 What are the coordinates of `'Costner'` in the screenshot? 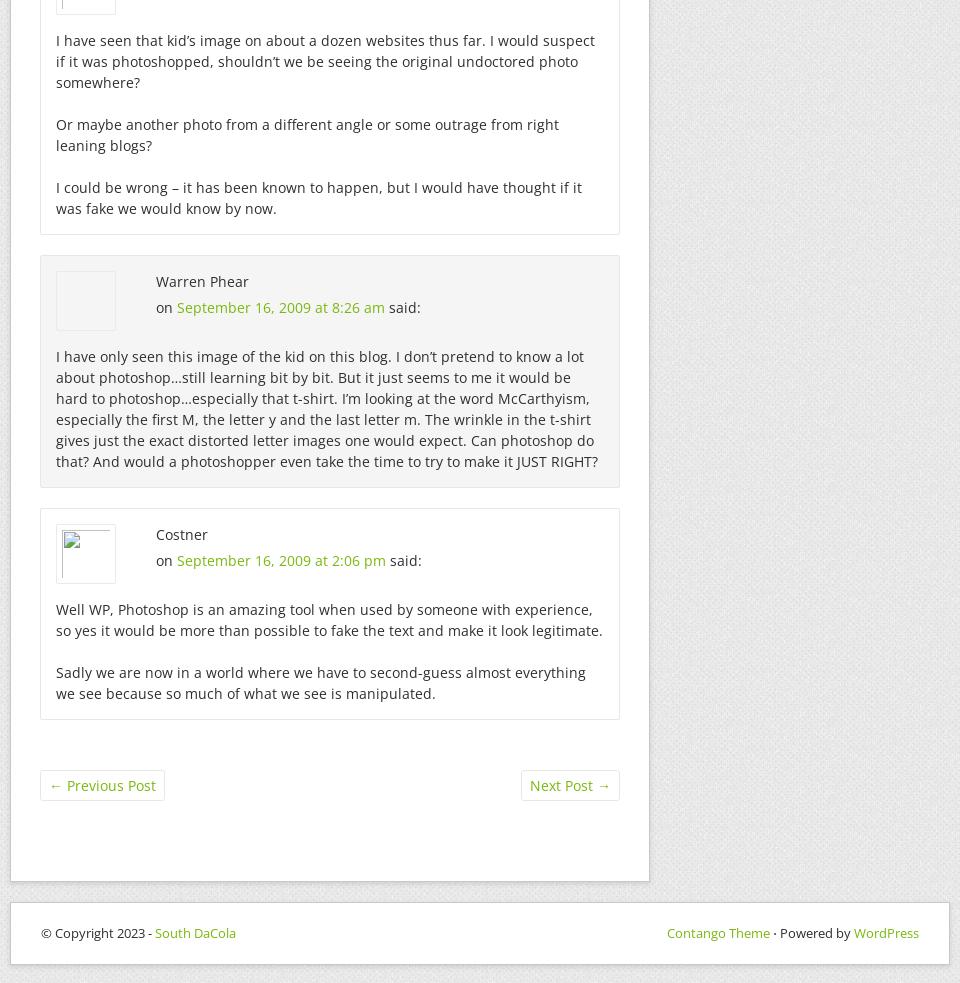 It's located at (182, 534).